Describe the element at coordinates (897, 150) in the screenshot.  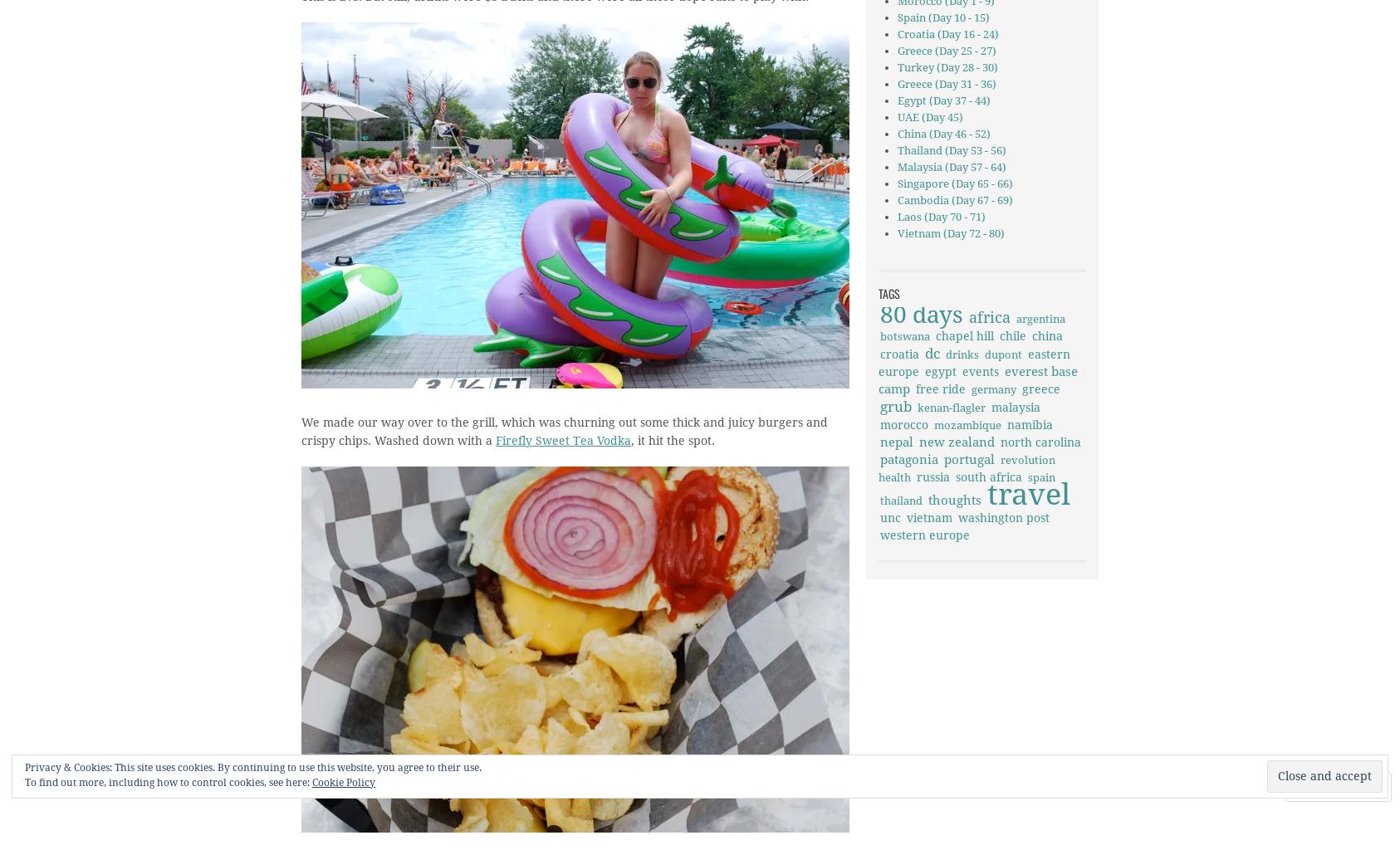
I see `'Thailand (Day 53 - 56)'` at that location.